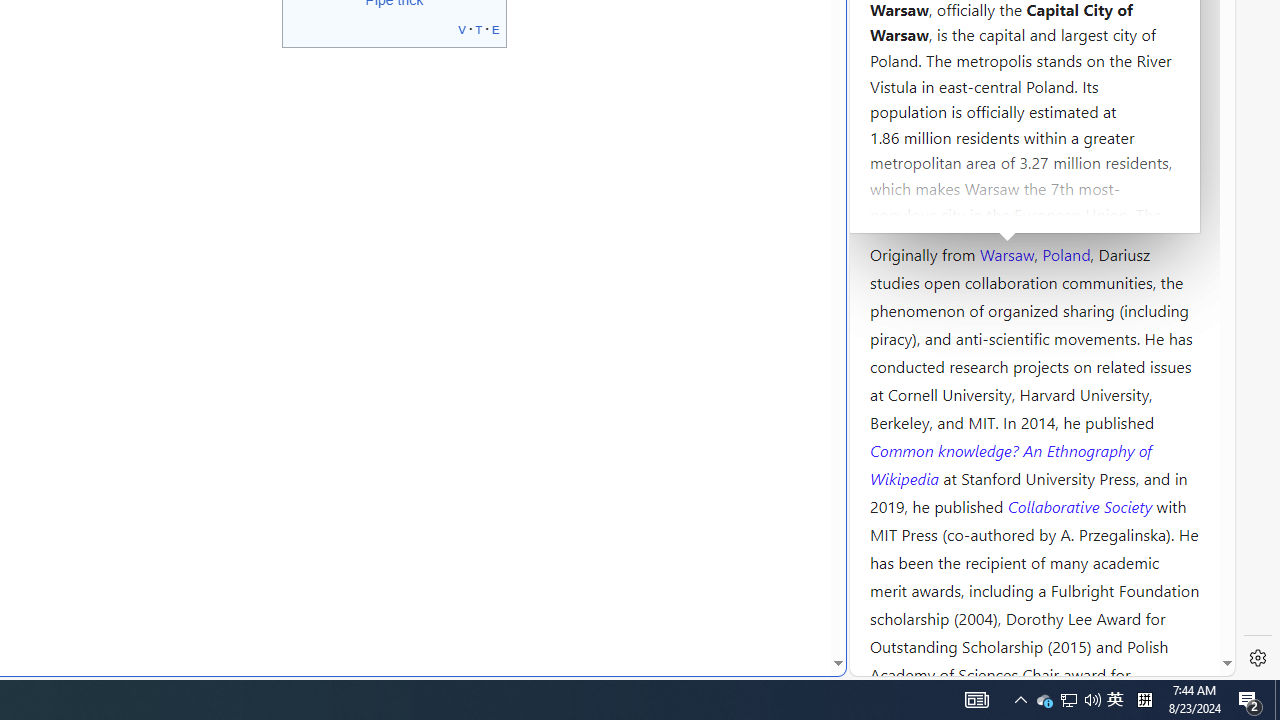 The height and width of the screenshot is (720, 1280). What do you see at coordinates (1081, 504) in the screenshot?
I see `'Collaborative Society '` at bounding box center [1081, 504].